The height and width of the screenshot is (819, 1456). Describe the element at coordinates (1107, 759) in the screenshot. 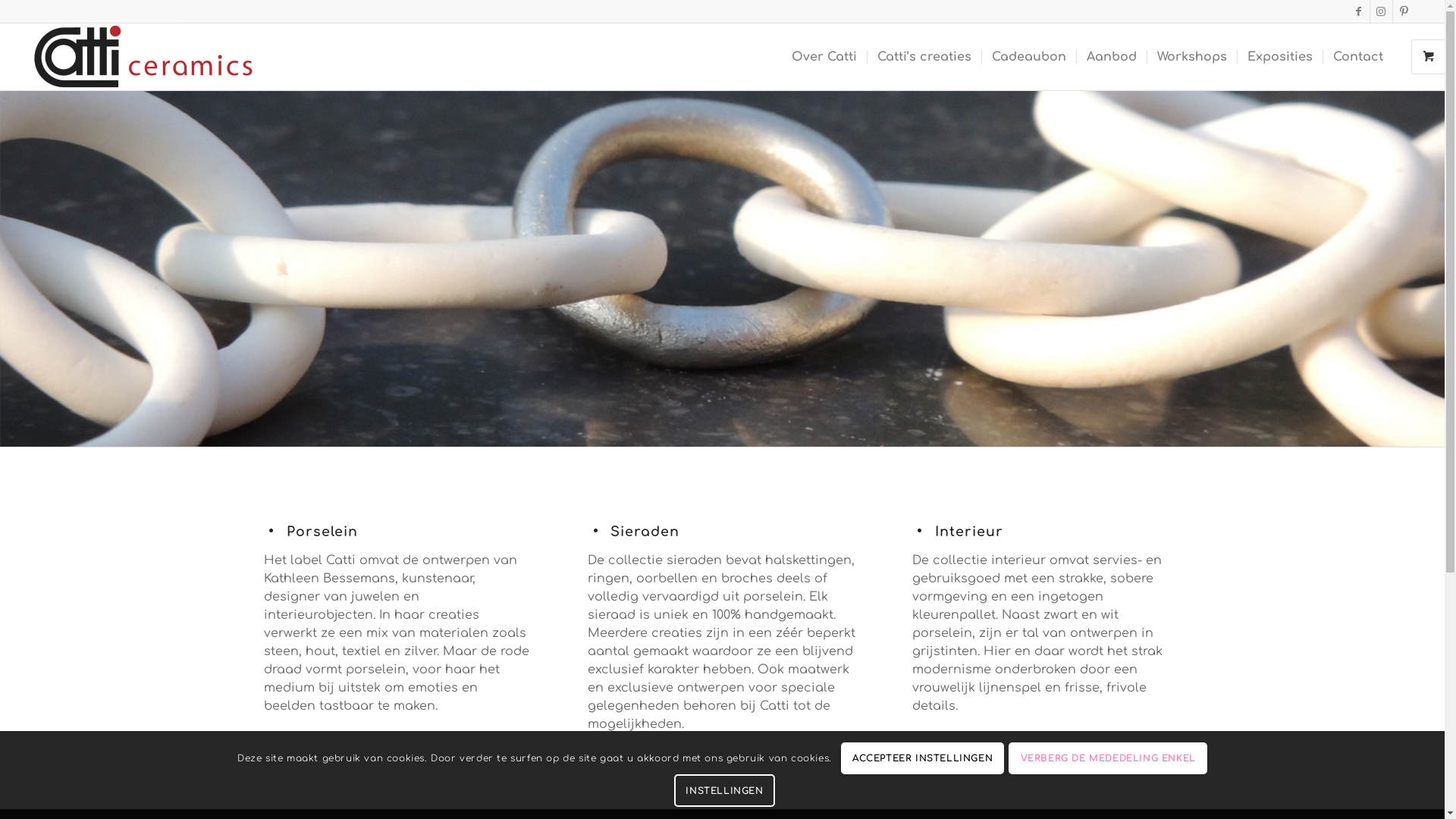

I see `'VERBERG DE MEDEDELING ENKEL'` at that location.